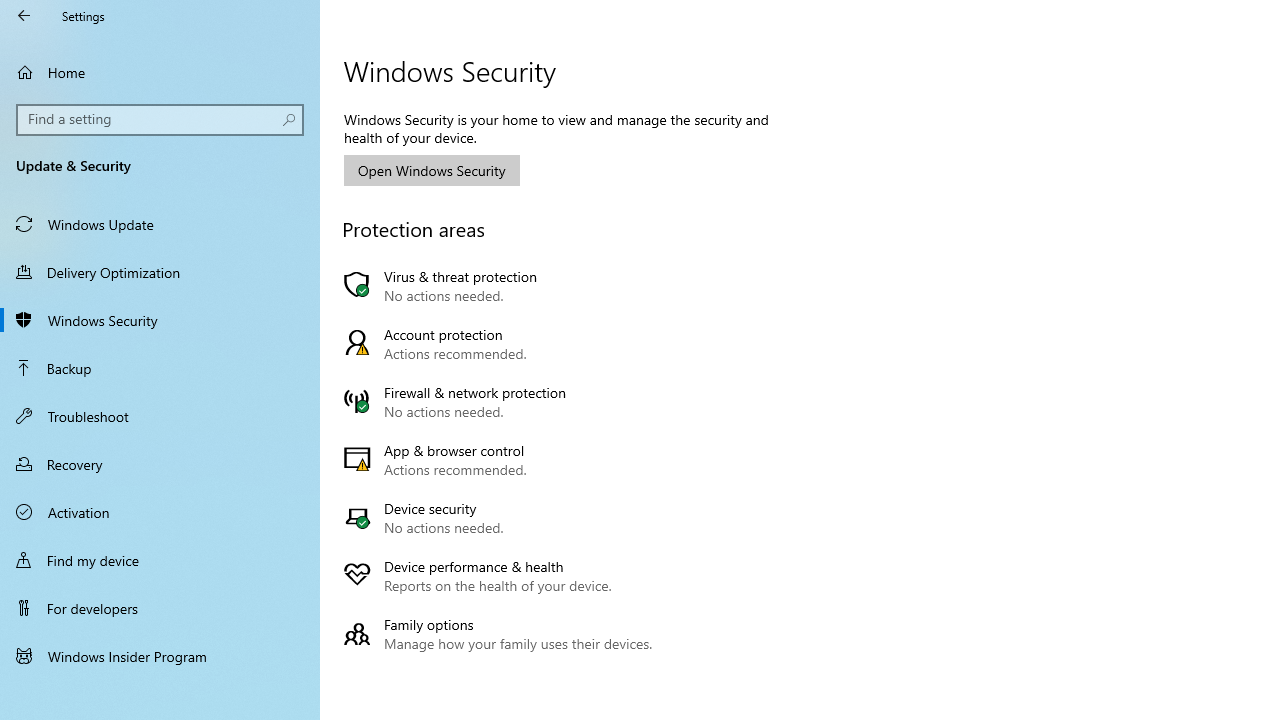  Describe the element at coordinates (160, 655) in the screenshot. I see `'Windows Insider Program'` at that location.